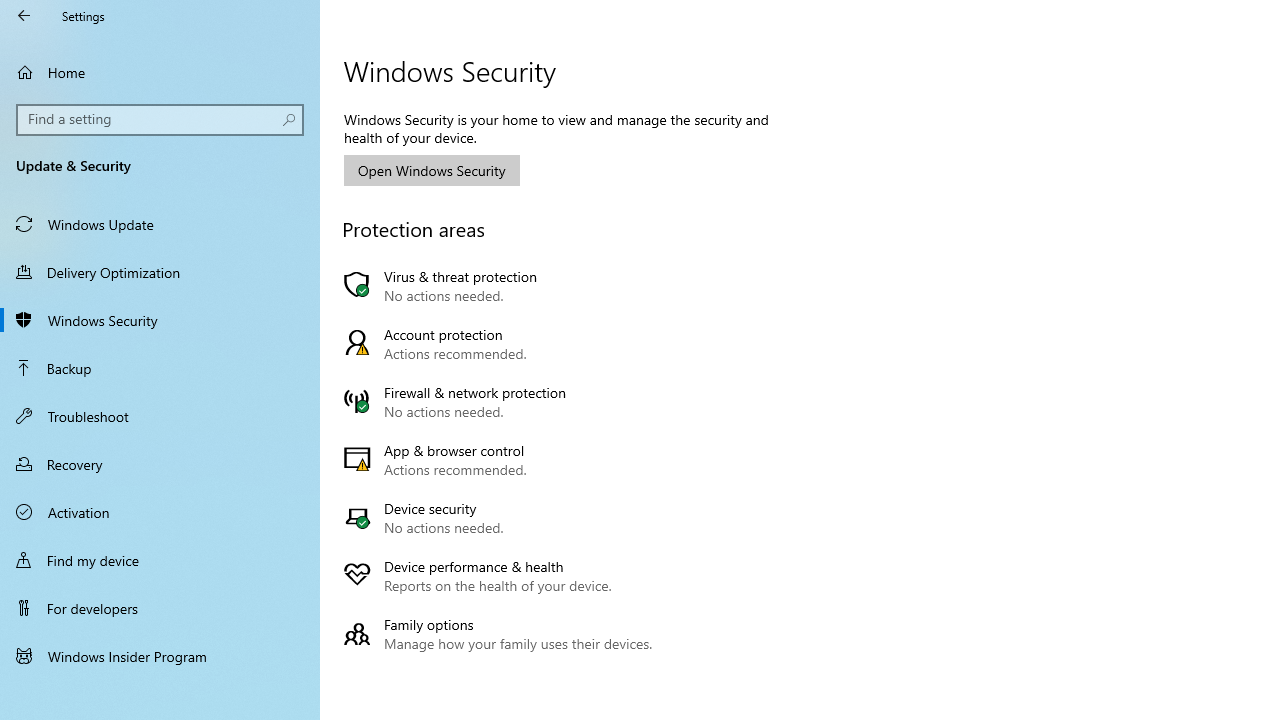  Describe the element at coordinates (160, 655) in the screenshot. I see `'Windows Insider Program'` at that location.